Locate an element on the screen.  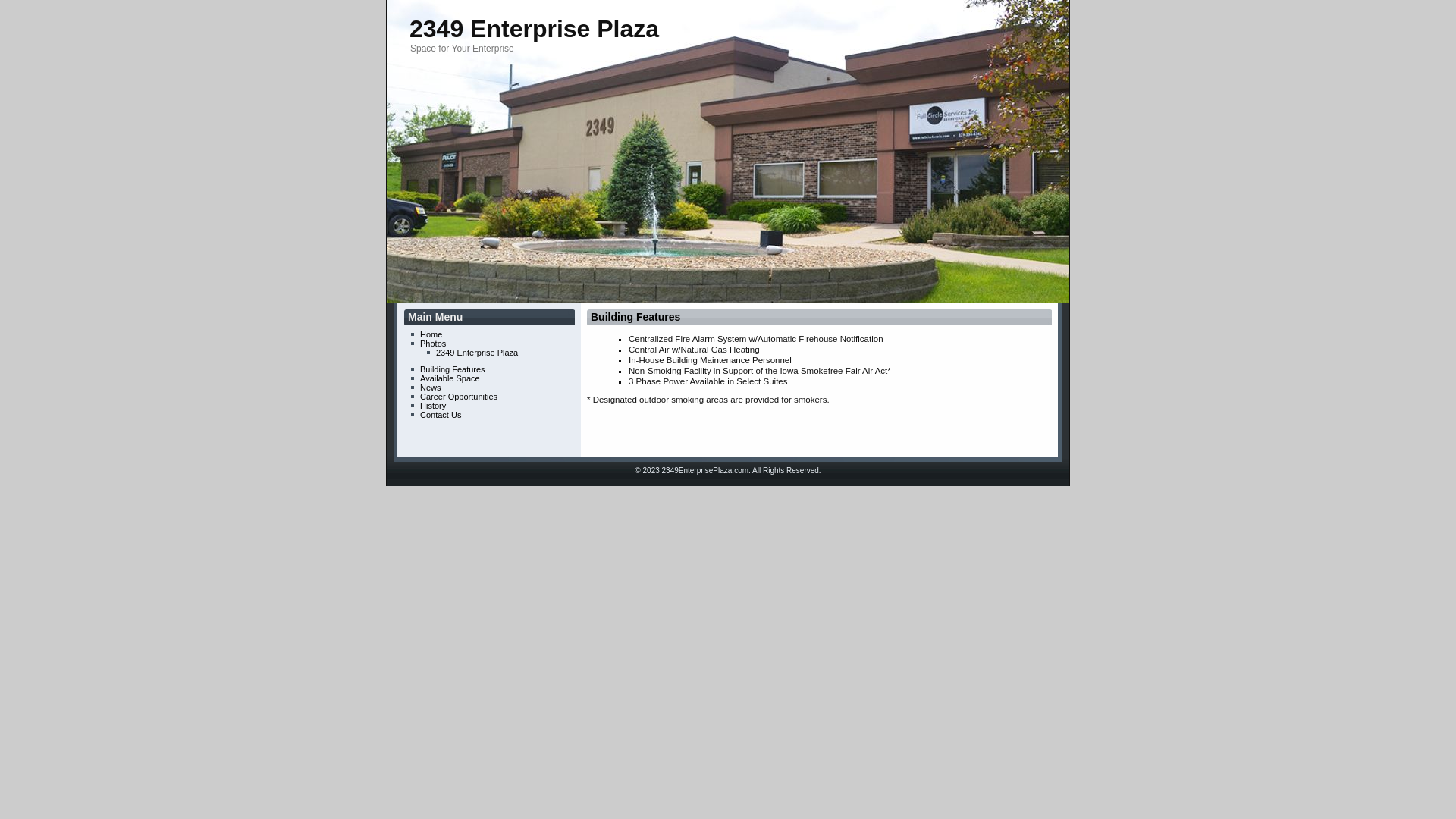
'Available Space' is located at coordinates (449, 377).